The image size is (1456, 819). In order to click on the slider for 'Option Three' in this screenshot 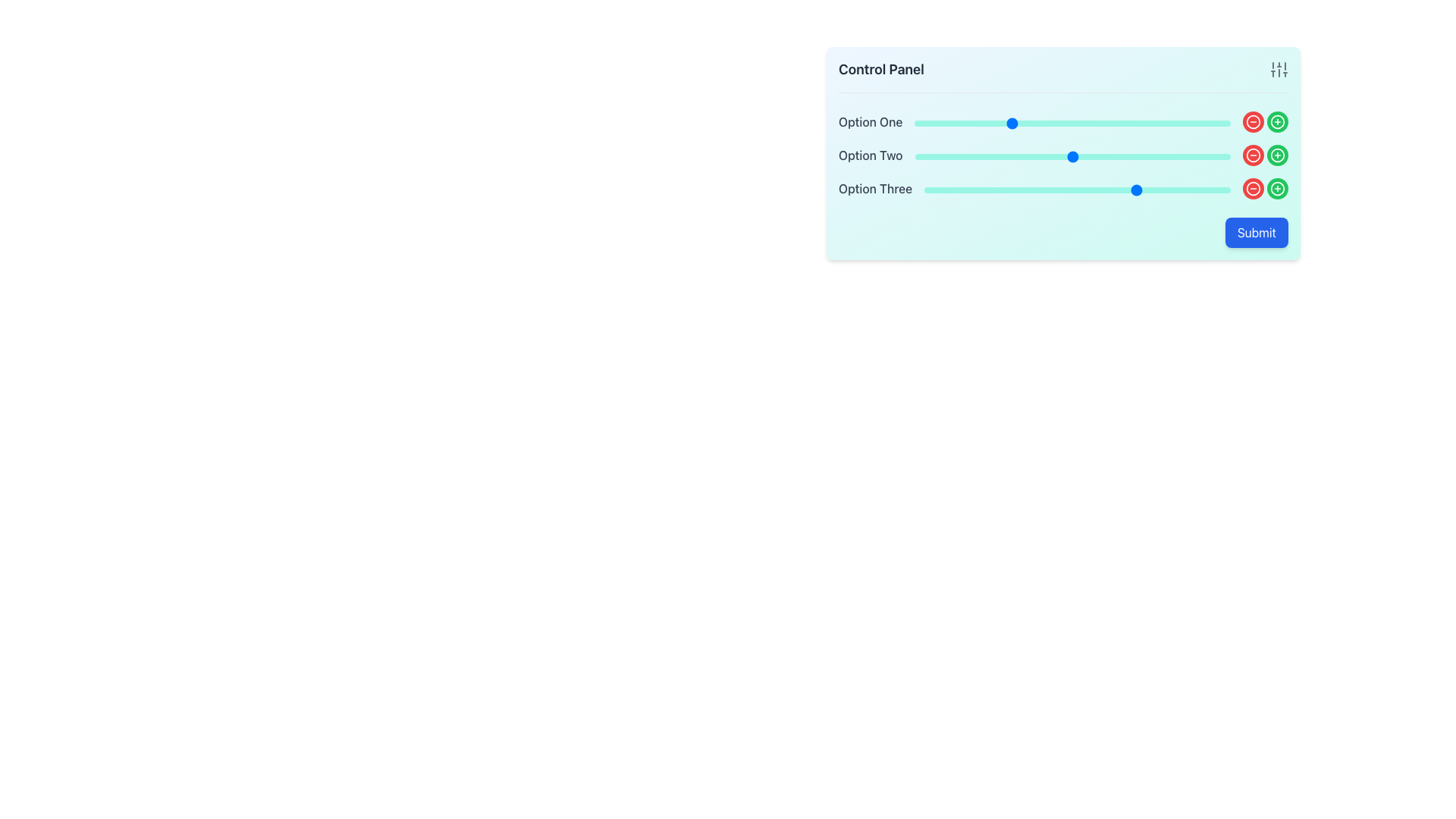, I will do `click(1135, 189)`.